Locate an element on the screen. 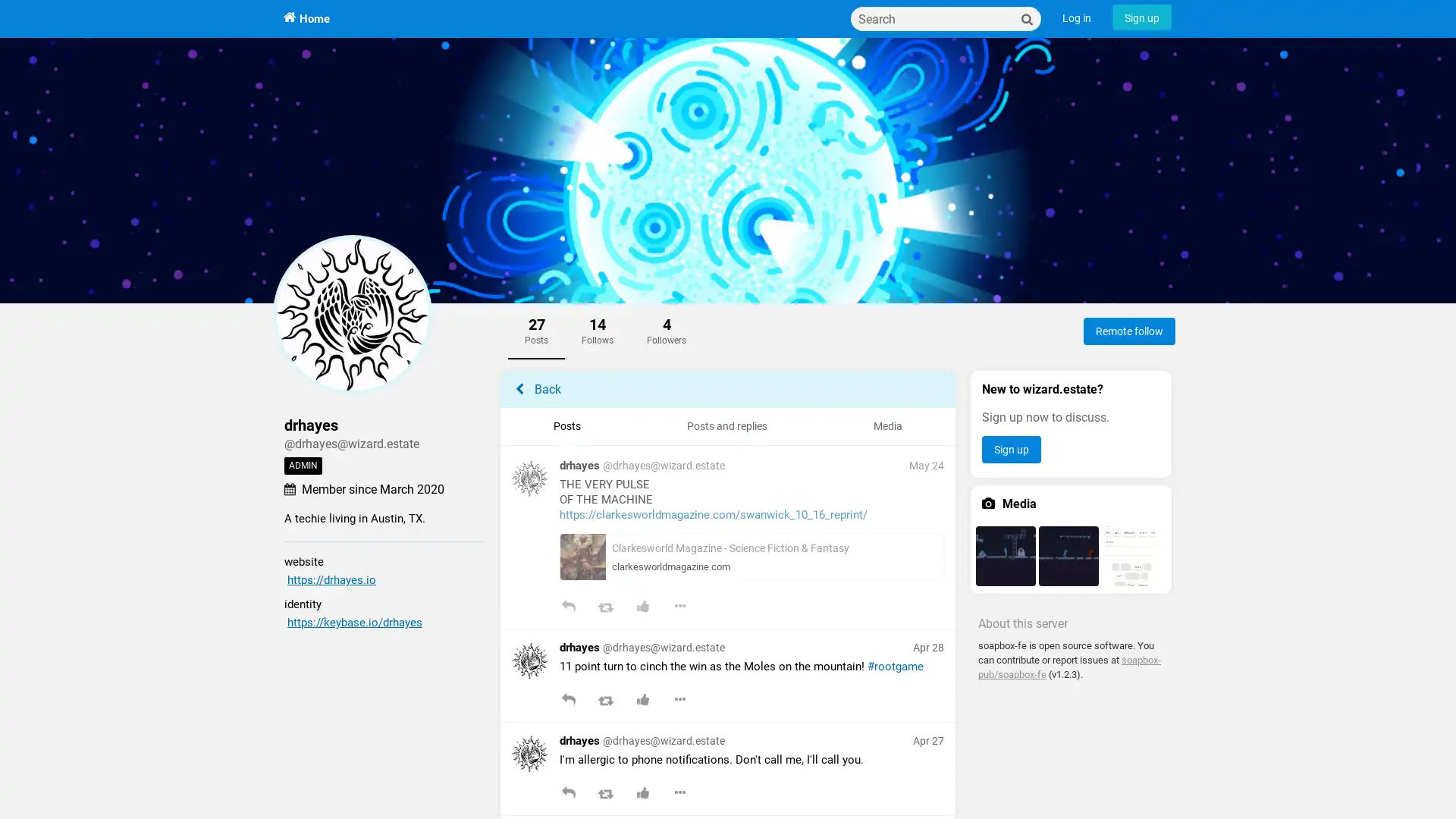 The height and width of the screenshot is (819, 1456). Like is located at coordinates (642, 794).